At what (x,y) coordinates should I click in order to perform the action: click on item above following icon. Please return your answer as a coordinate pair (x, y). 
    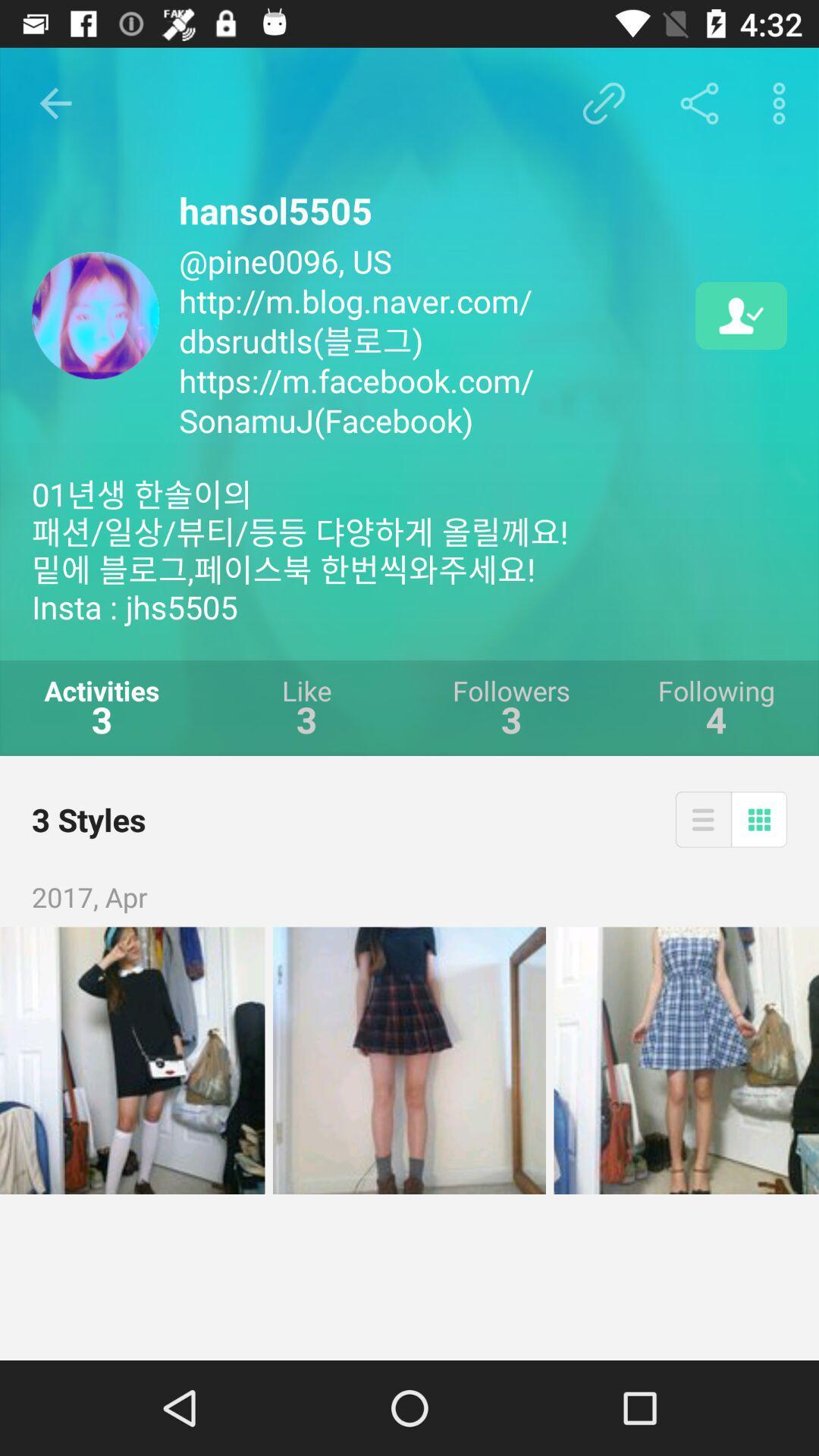
    Looking at the image, I should click on (740, 315).